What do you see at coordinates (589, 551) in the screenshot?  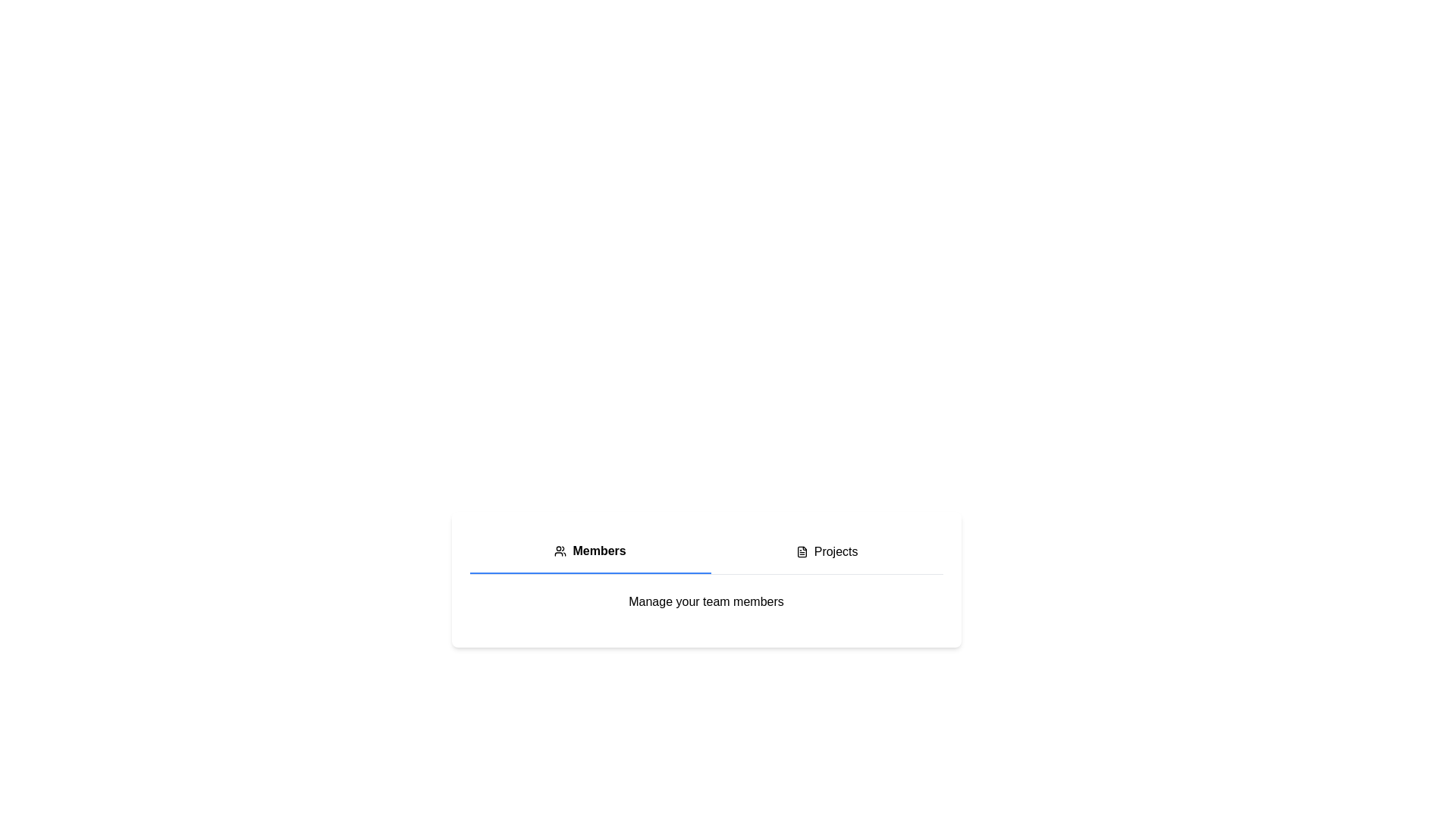 I see `the 'Members' text label with icon located in the top navigation bar, positioned centrally among sibling items` at bounding box center [589, 551].